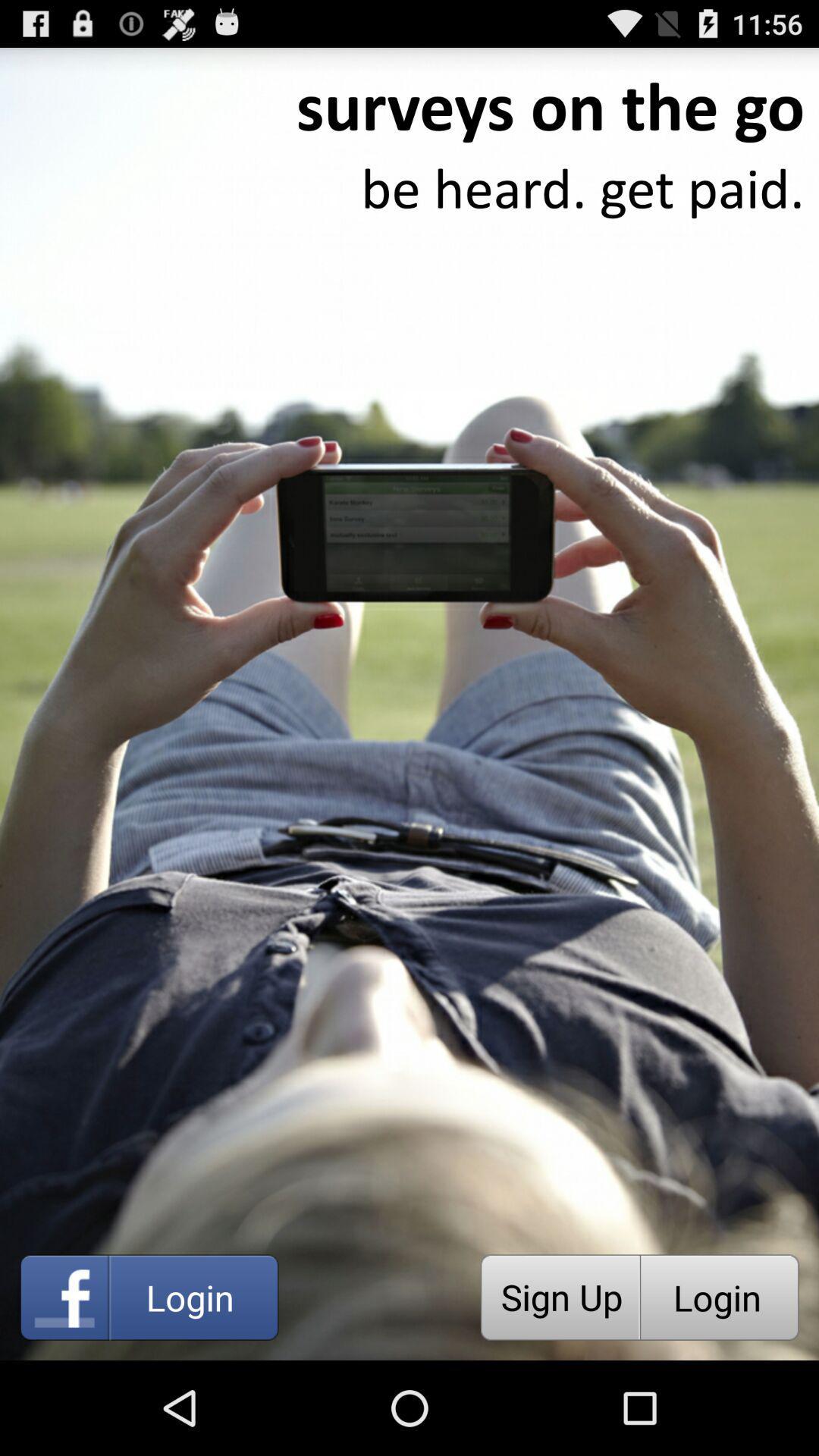 Image resolution: width=819 pixels, height=1456 pixels. I want to click on the icon next to the login item, so click(560, 1297).